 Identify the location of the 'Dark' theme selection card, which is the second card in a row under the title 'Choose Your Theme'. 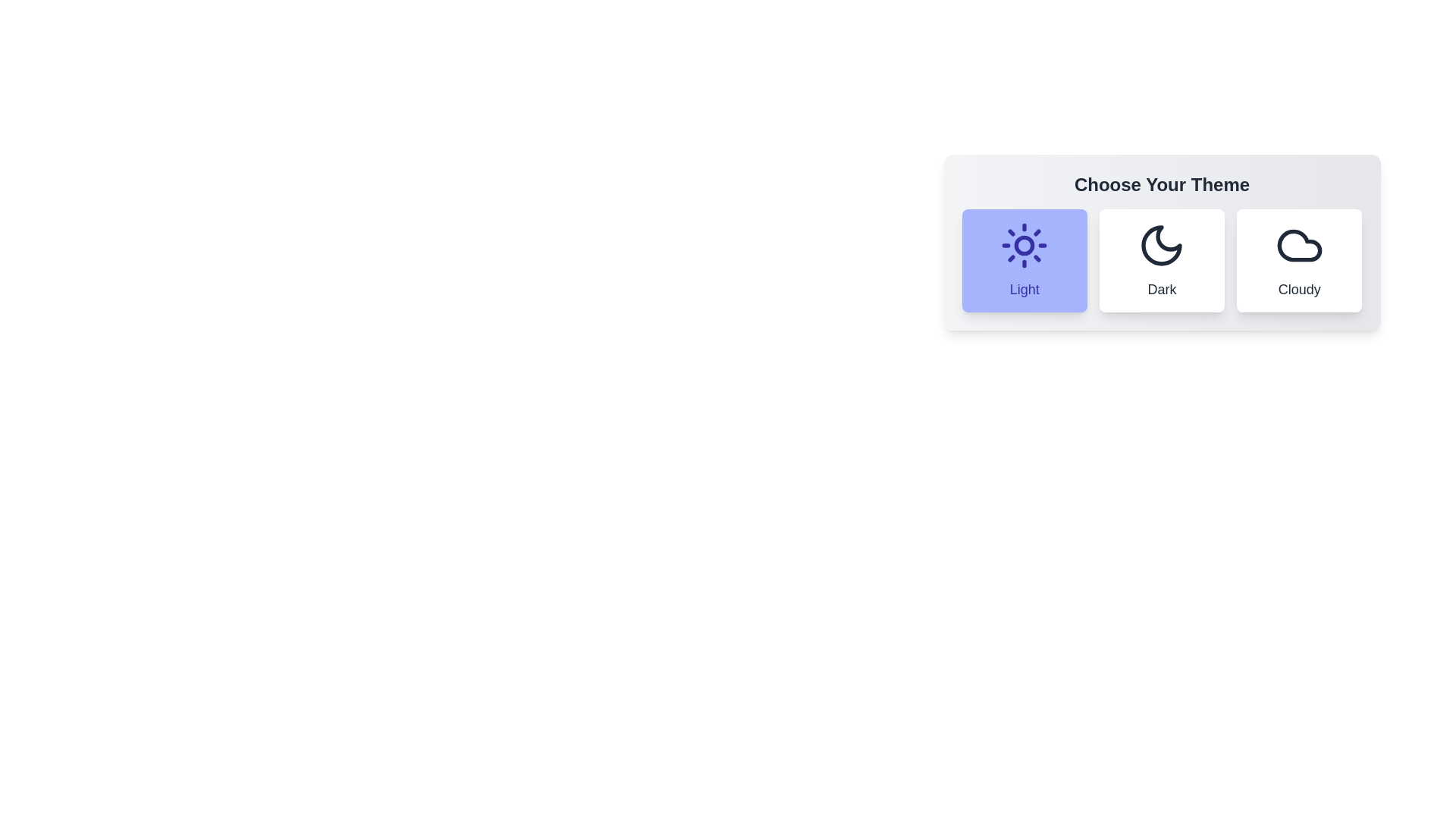
(1161, 274).